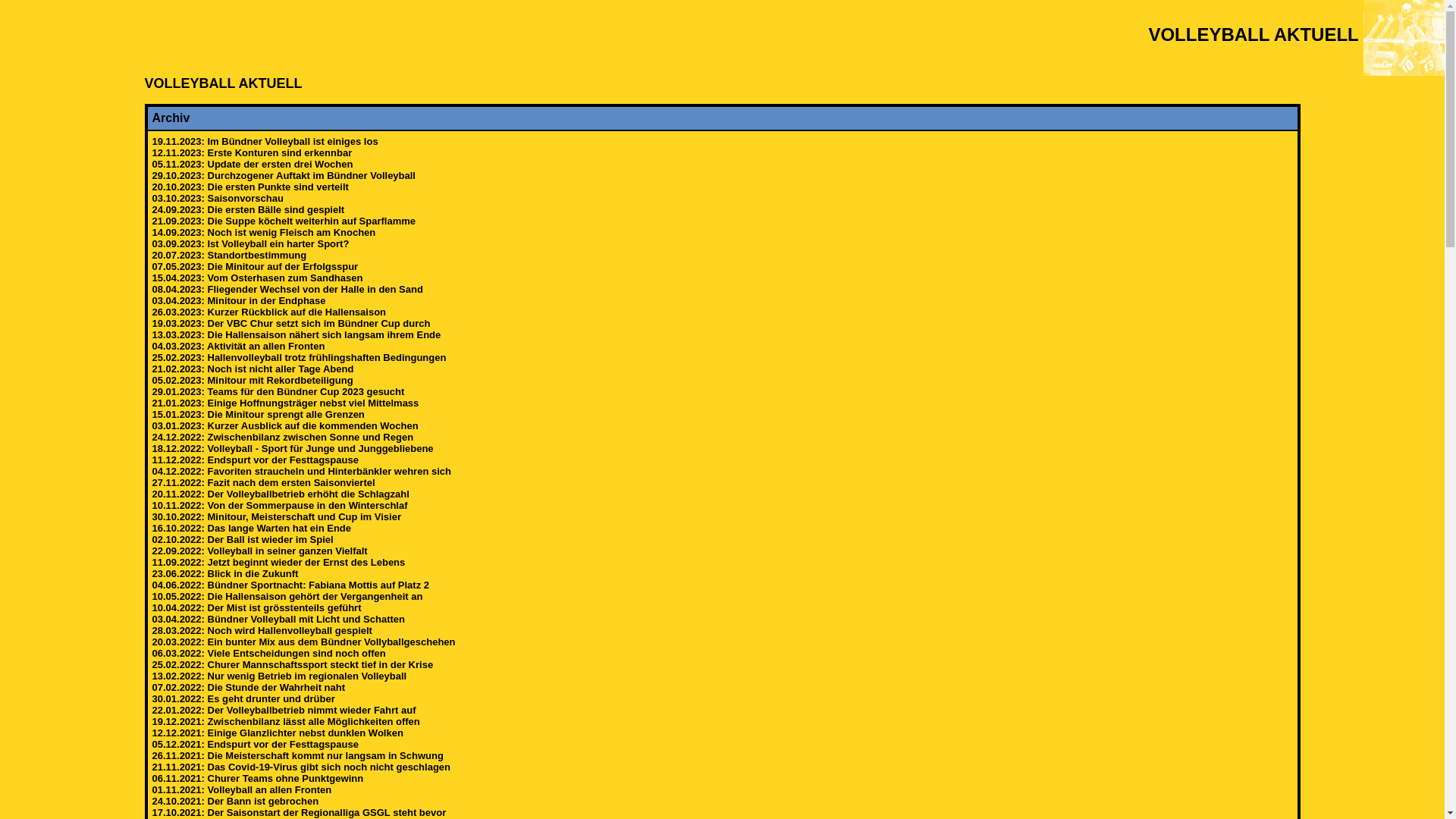  Describe the element at coordinates (287, 289) in the screenshot. I see `'08.04.2023: Fliegender Wechsel von der Halle in den Sand'` at that location.